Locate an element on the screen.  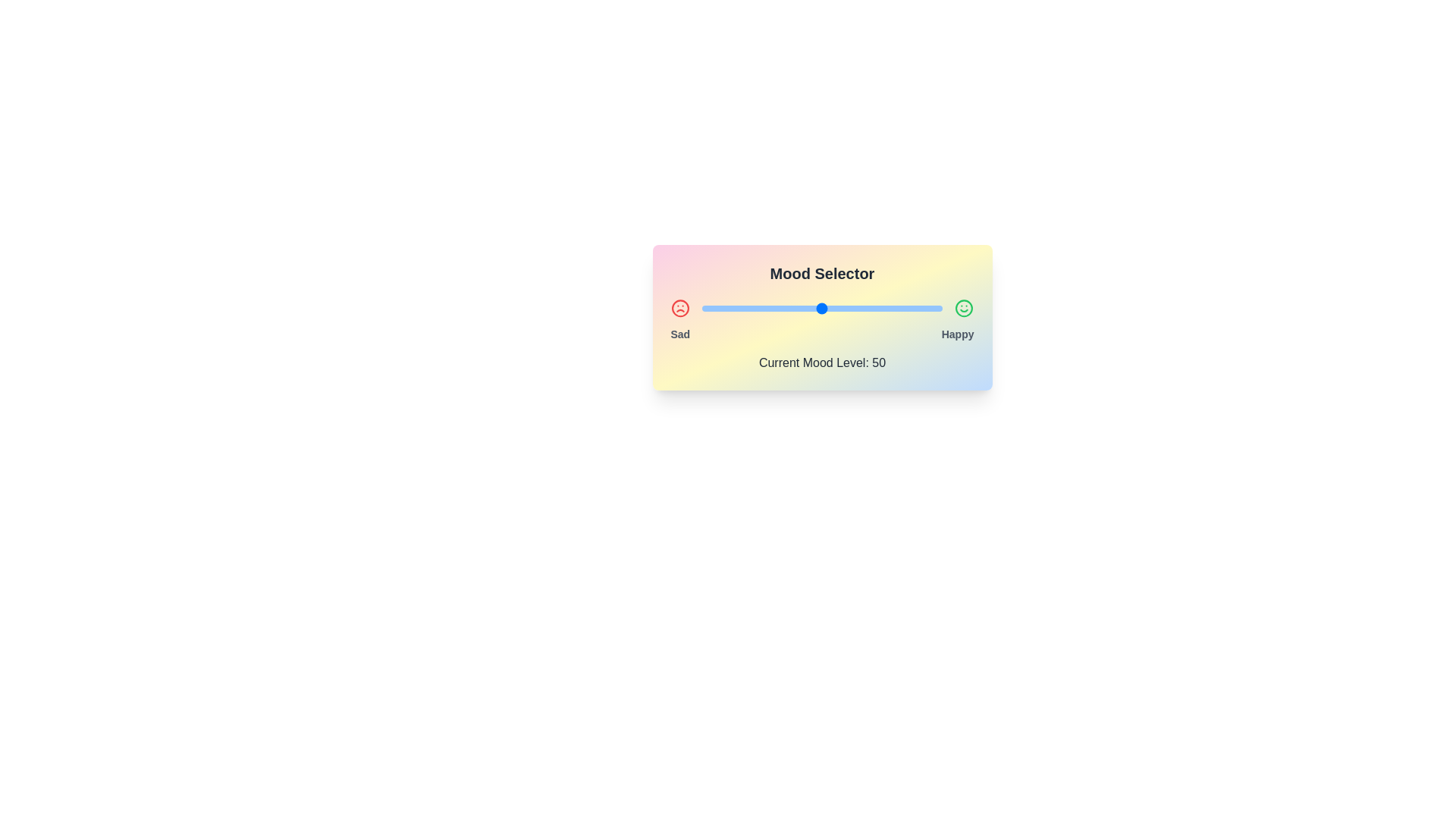
the 'Happy' icon to indicate a positive mood is located at coordinates (963, 308).